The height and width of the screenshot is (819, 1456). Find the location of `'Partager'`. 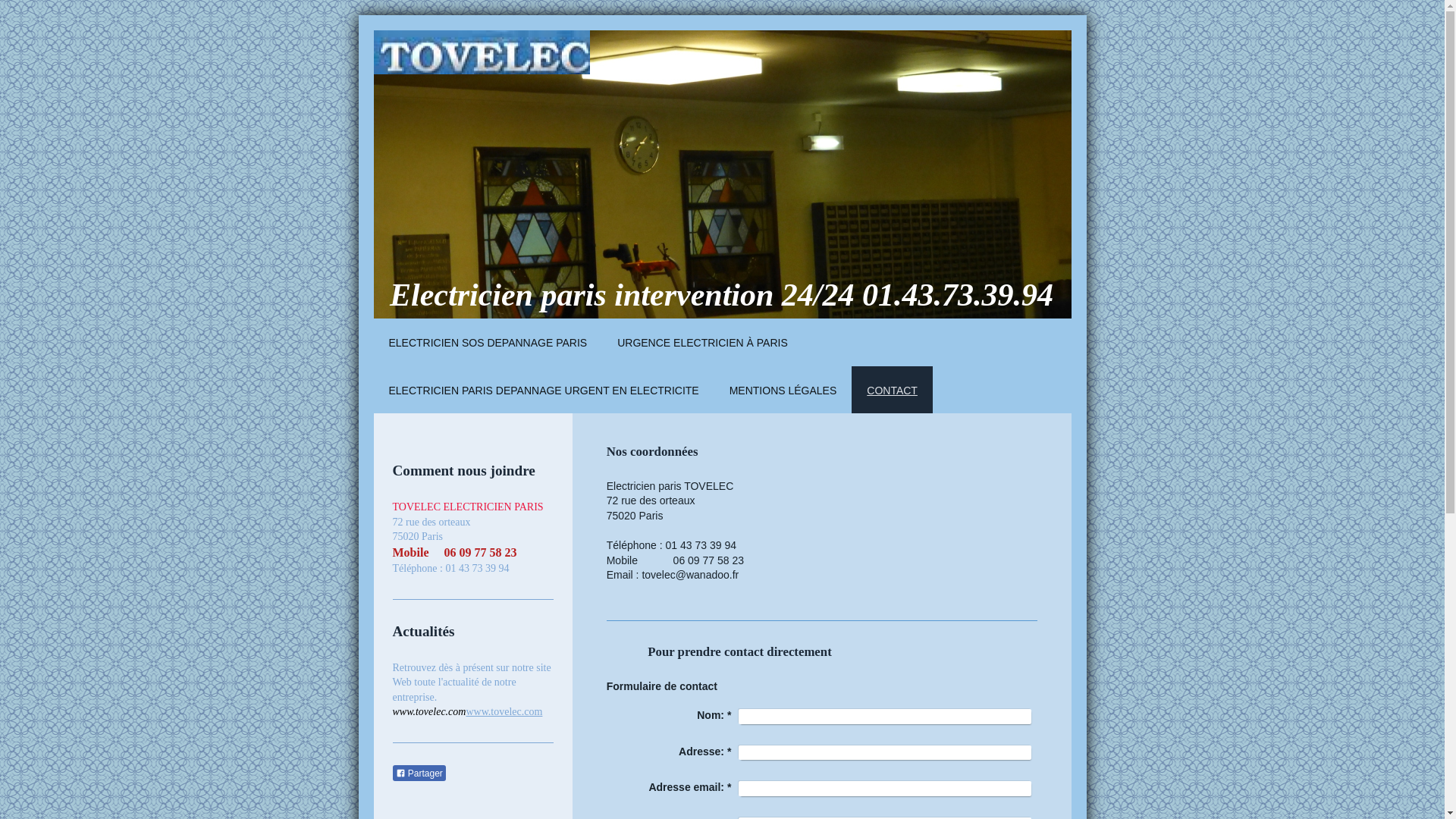

'Partager' is located at coordinates (419, 773).